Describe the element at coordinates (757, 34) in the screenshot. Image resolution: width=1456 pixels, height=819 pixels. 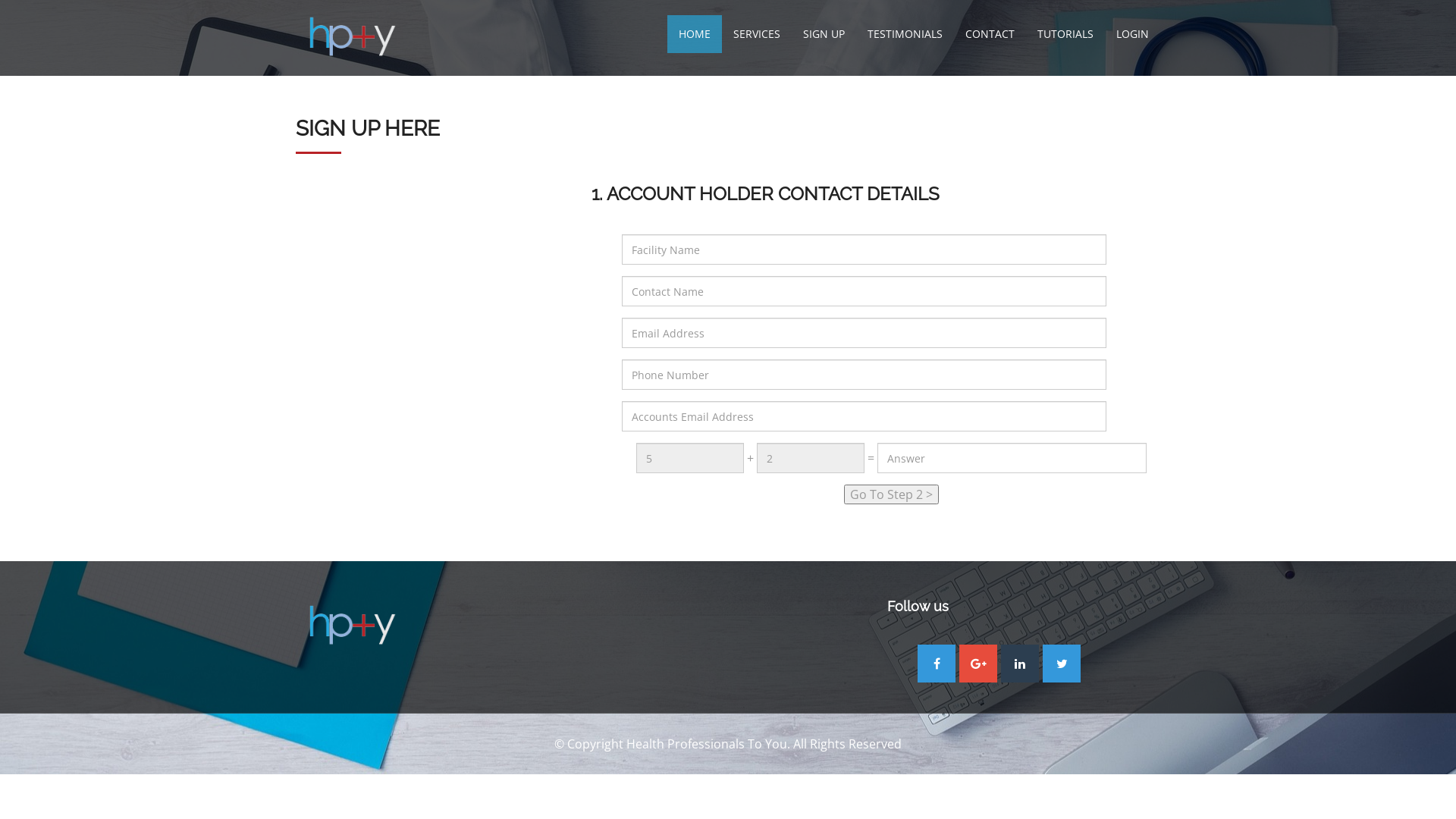
I see `'SERVICES'` at that location.